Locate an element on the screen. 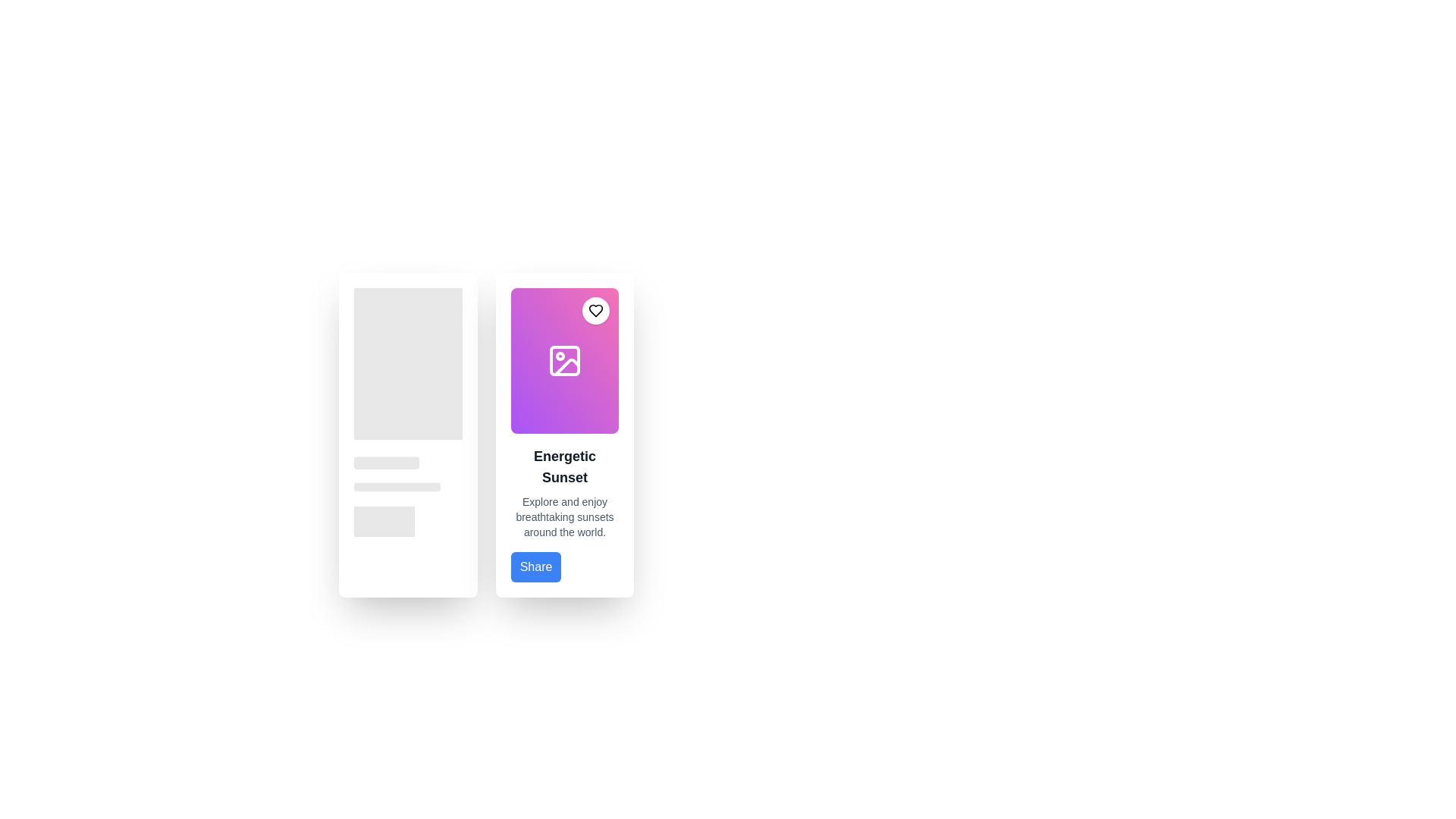  image section of the Content Card showcasing 'Energetic Sunset', which is visually distinct with a purple gradient and located centrally in the interface is located at coordinates (563, 435).